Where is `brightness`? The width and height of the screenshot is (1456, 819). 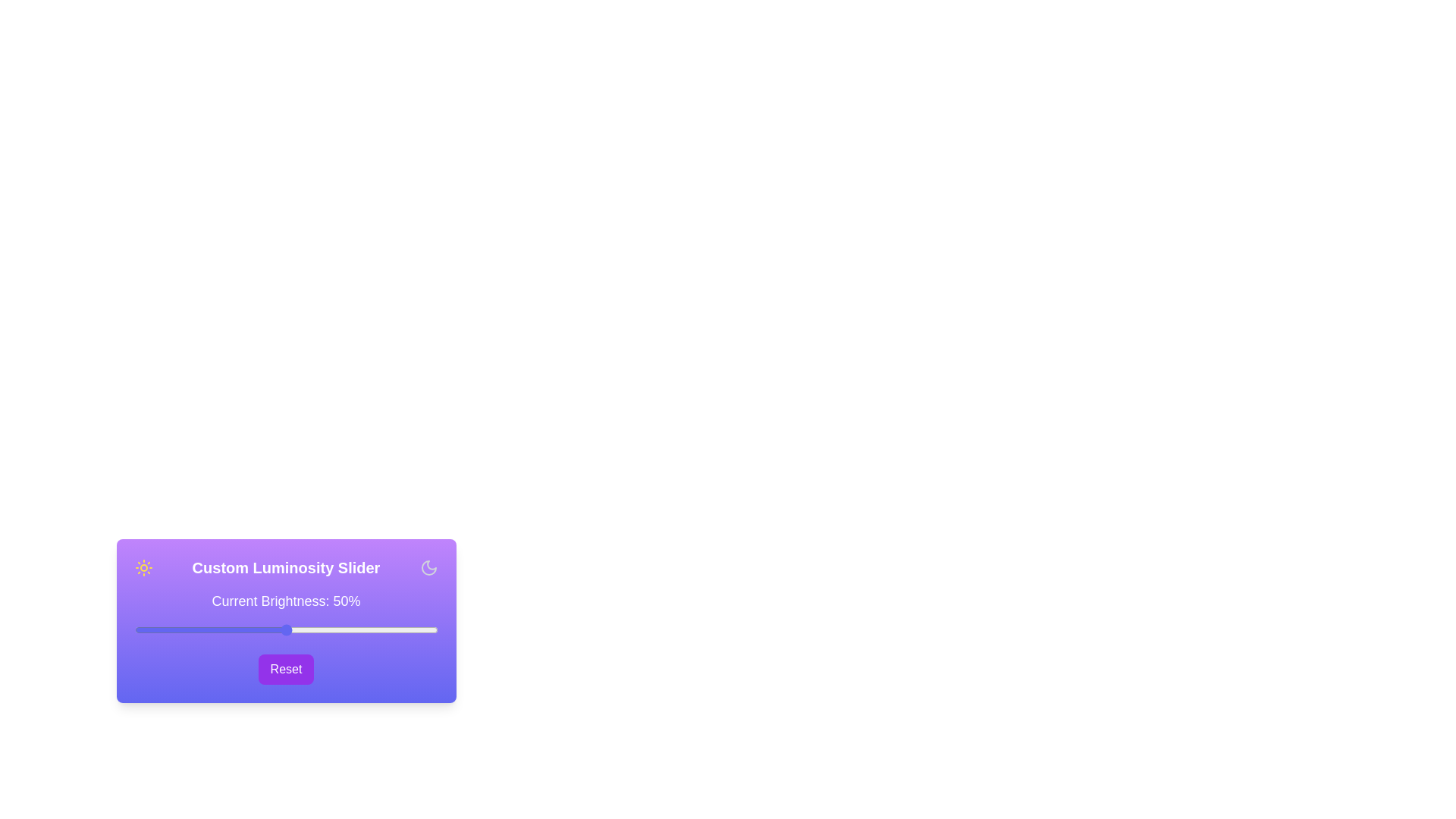
brightness is located at coordinates (301, 629).